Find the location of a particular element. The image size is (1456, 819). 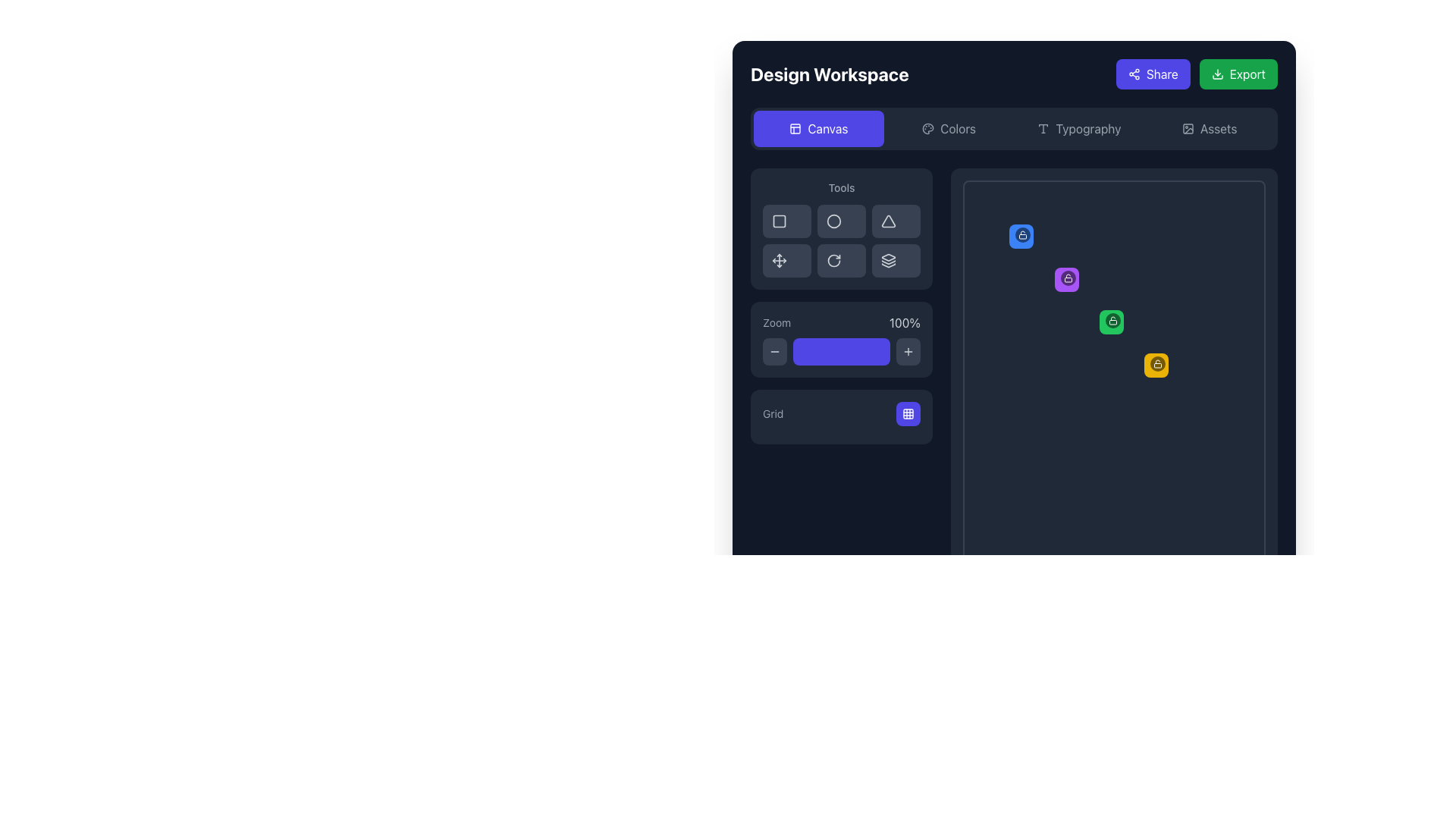

the button in the Grid of interactive buttons located in the center-right region of the 'Tools' section, directly below the label 'Tools' is located at coordinates (840, 240).